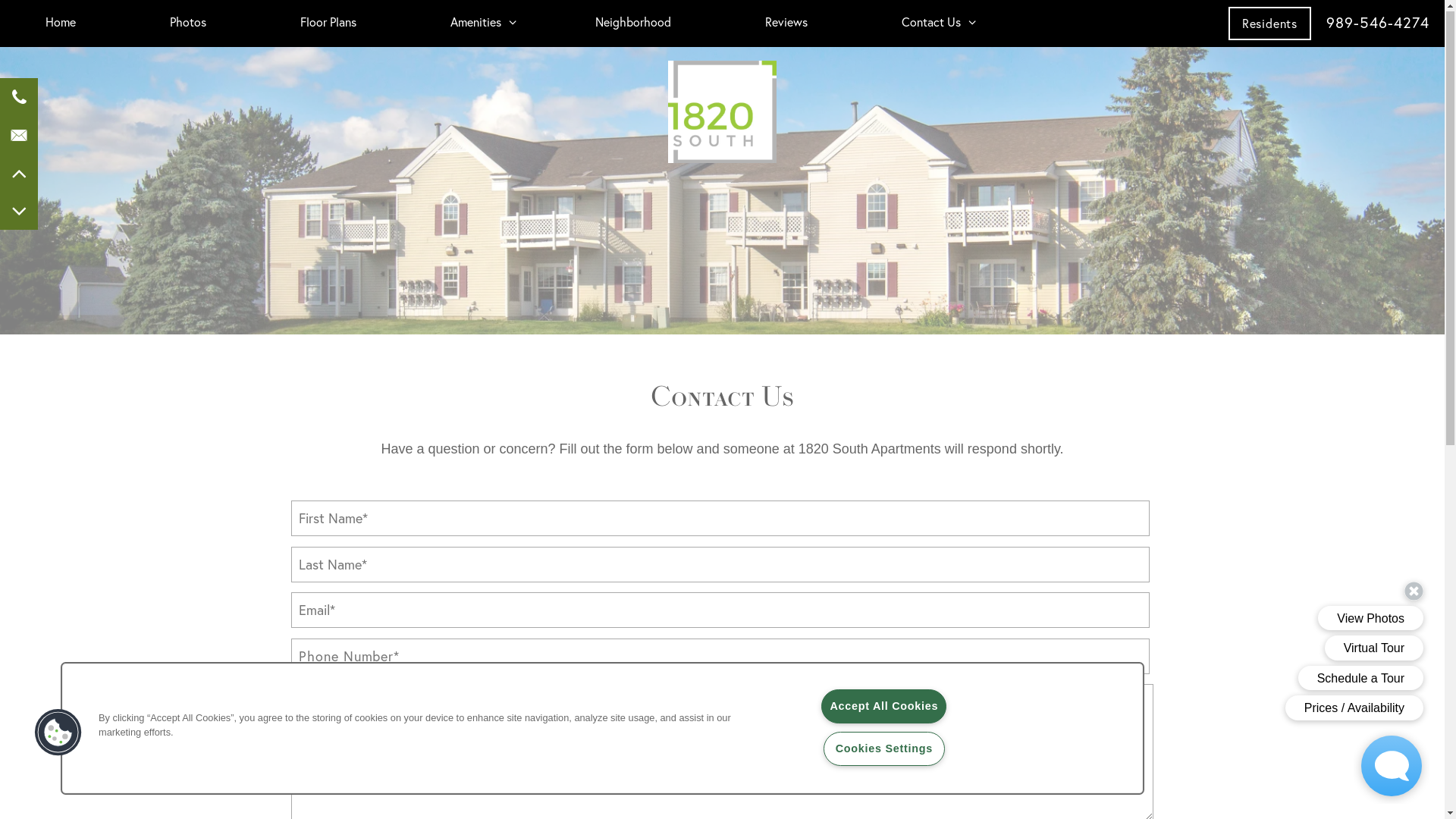 The width and height of the screenshot is (1456, 819). What do you see at coordinates (435, 23) in the screenshot?
I see `'Amenities'` at bounding box center [435, 23].